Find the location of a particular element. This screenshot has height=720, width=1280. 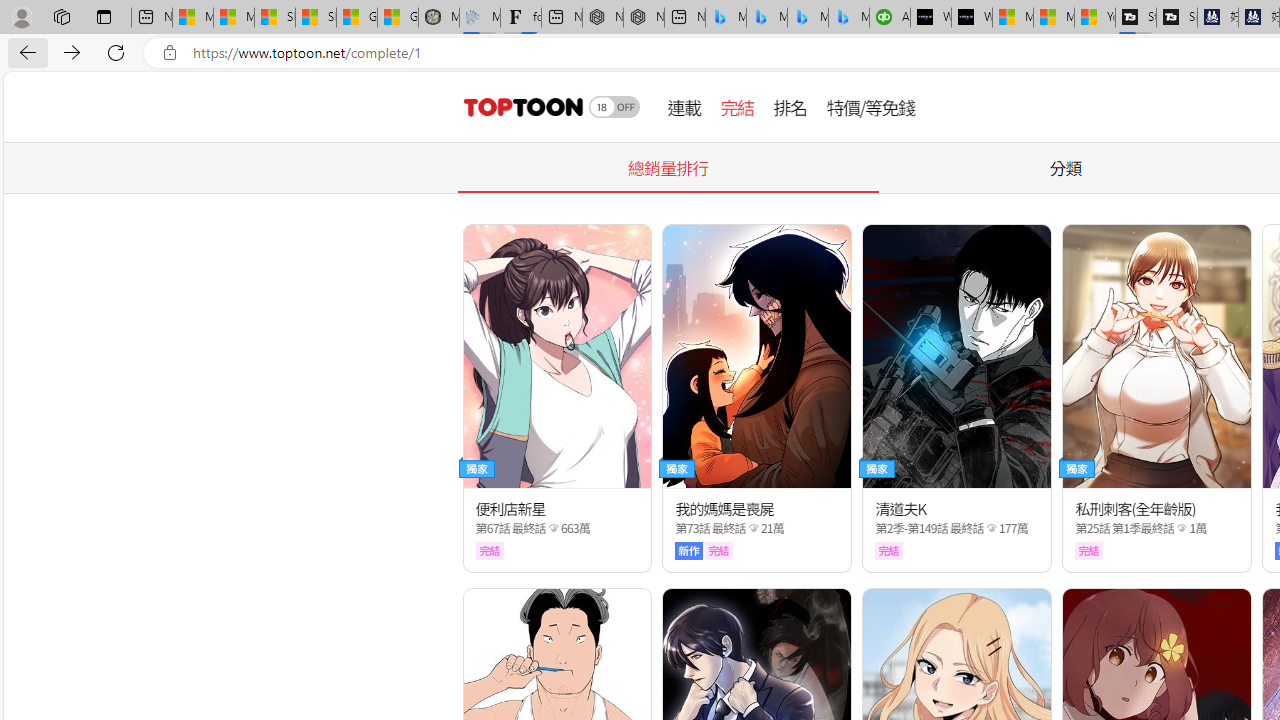

'Gilma and Hector both pose tropical trouble for Hawaii' is located at coordinates (398, 17).